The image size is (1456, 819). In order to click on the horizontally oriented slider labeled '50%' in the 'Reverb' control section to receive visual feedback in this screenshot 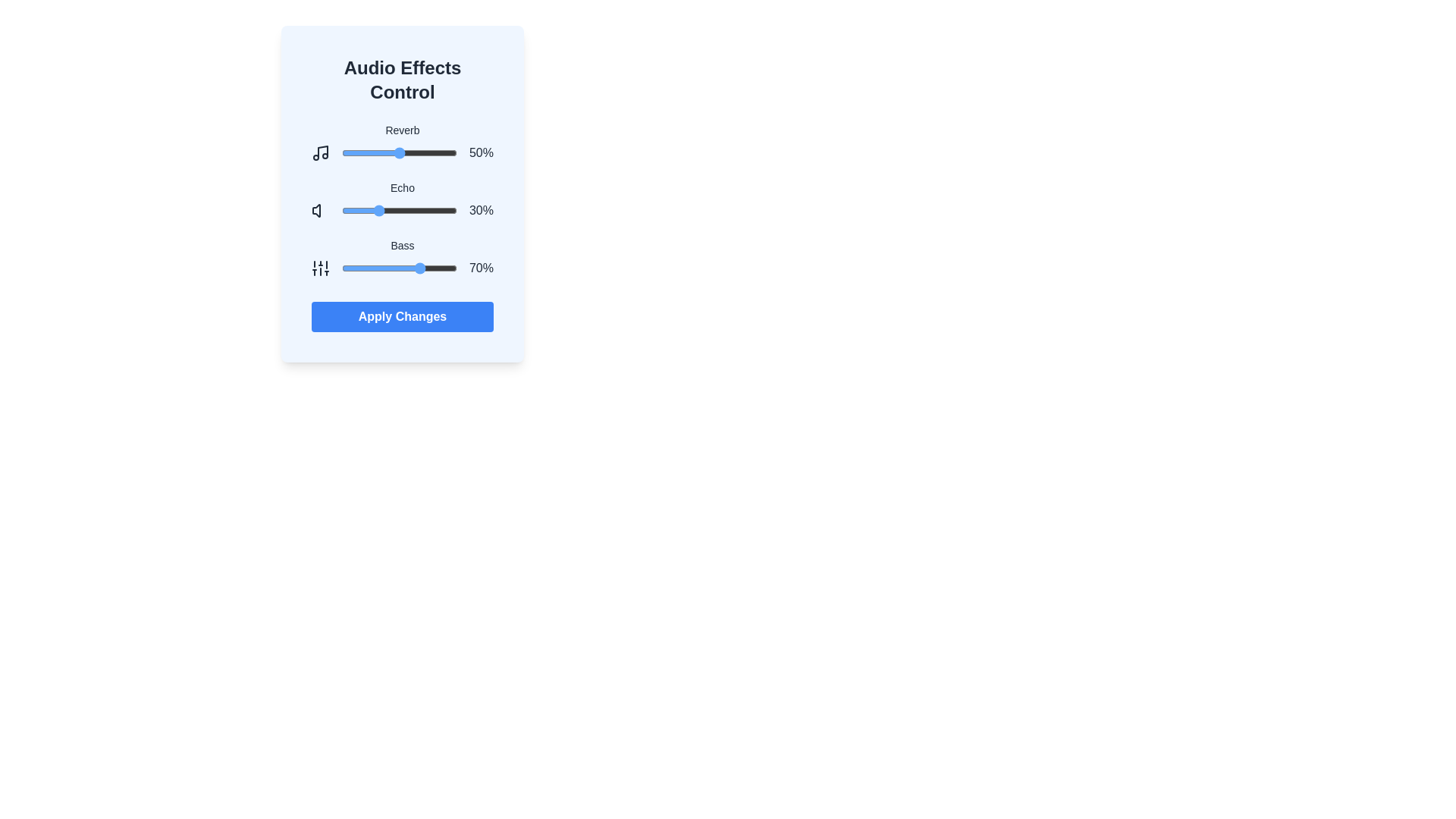, I will do `click(403, 152)`.